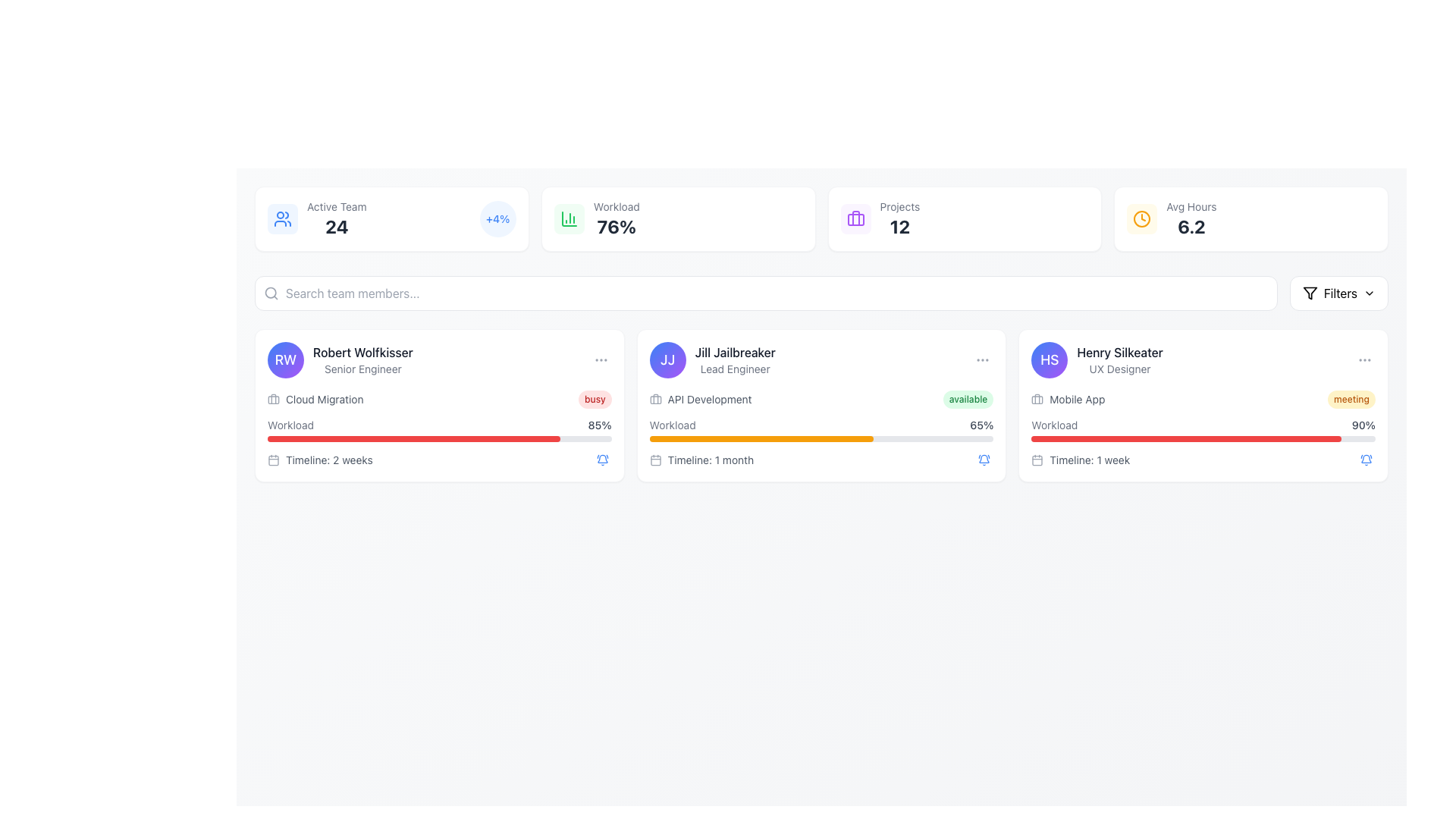 This screenshot has height=819, width=1456. I want to click on the static text label displaying 'Timeline: 2 weeks', which is styled in a small gray font and located below the workload progress bar of the first task card, so click(328, 459).